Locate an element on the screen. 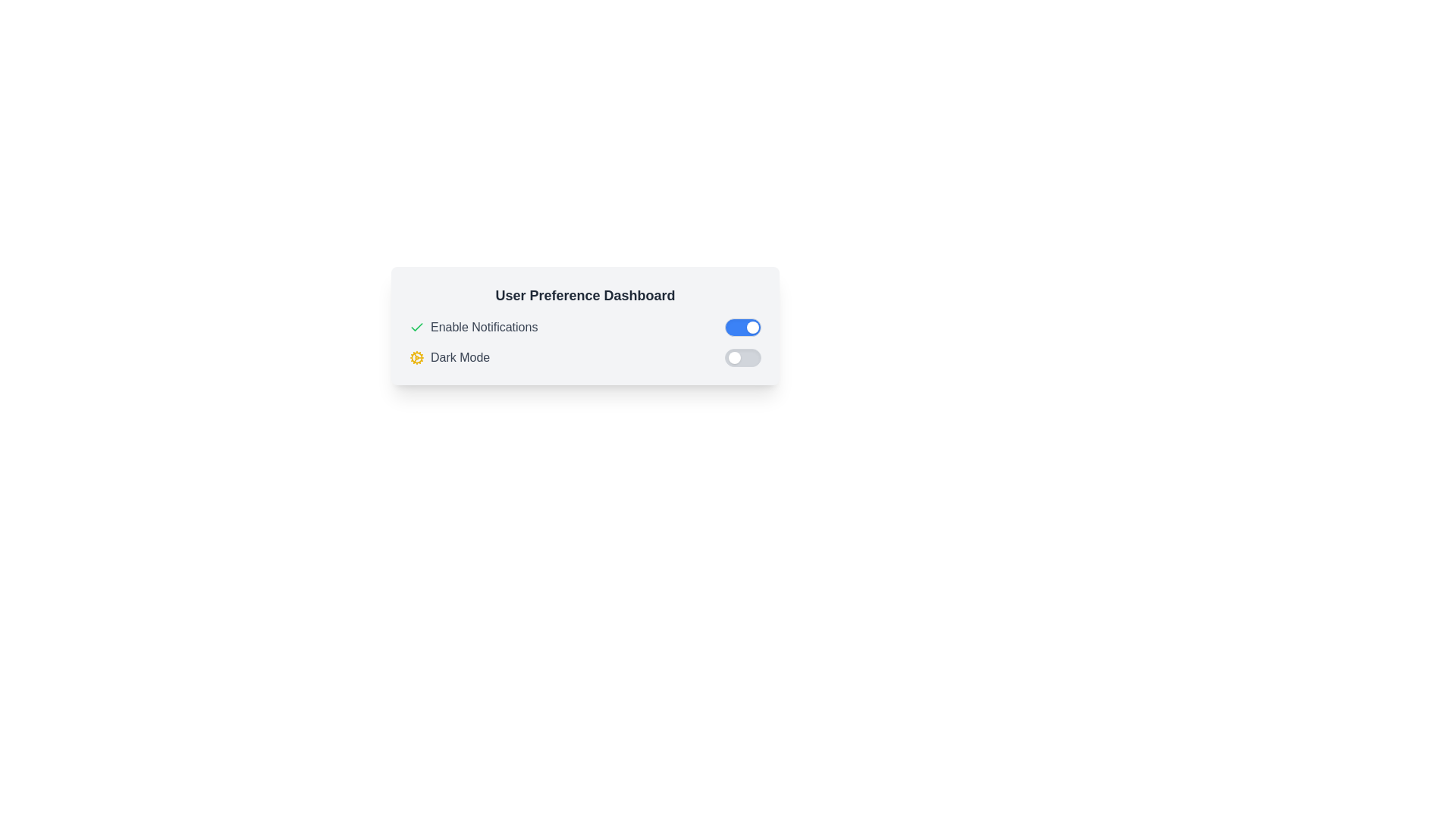  the icon indicating the activation state of the 'Enable Notifications' setting, located to the left of the text in the 'User Preference Dashboard' is located at coordinates (417, 326).